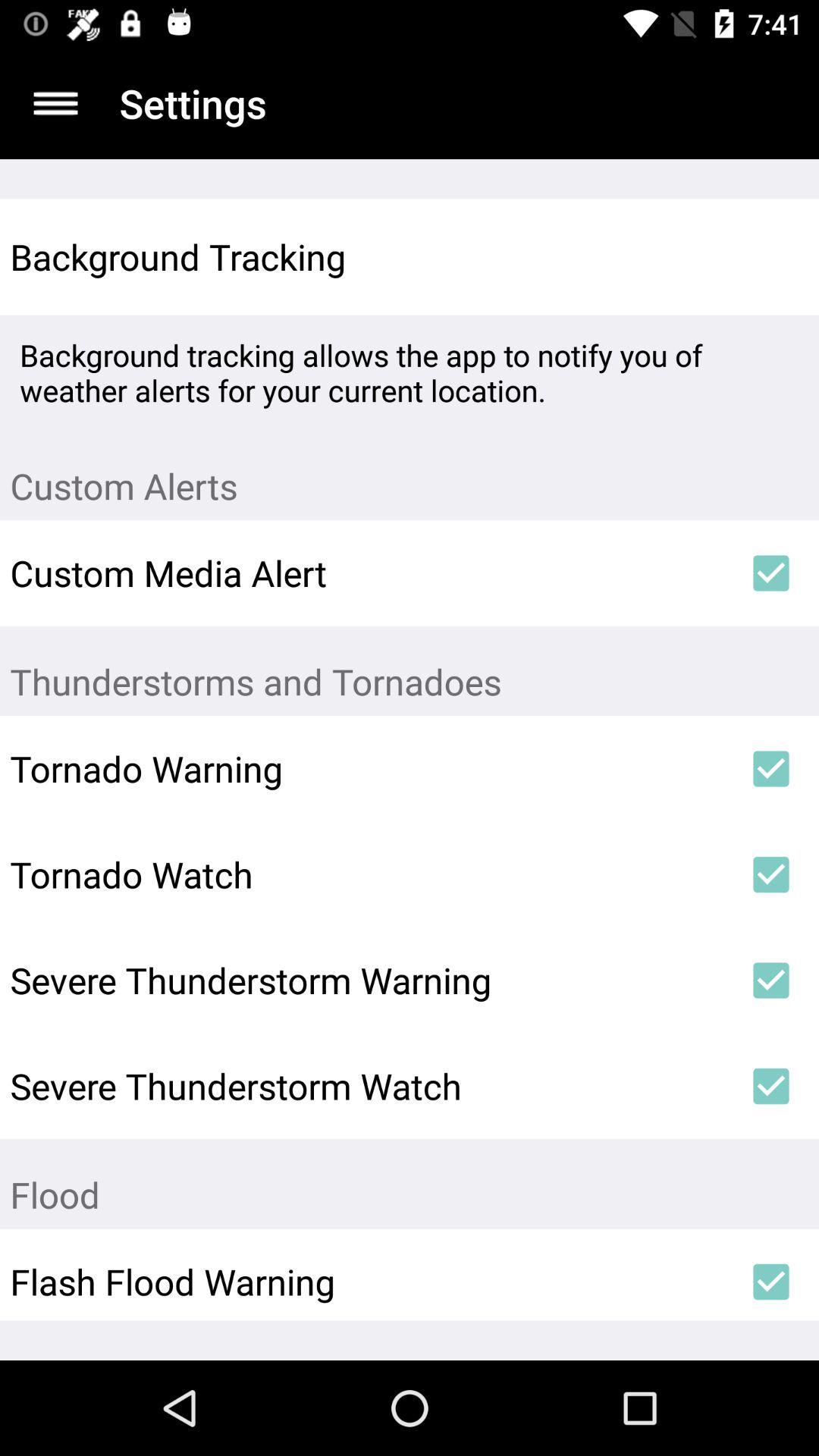 Image resolution: width=819 pixels, height=1456 pixels. Describe the element at coordinates (55, 102) in the screenshot. I see `open main menu` at that location.